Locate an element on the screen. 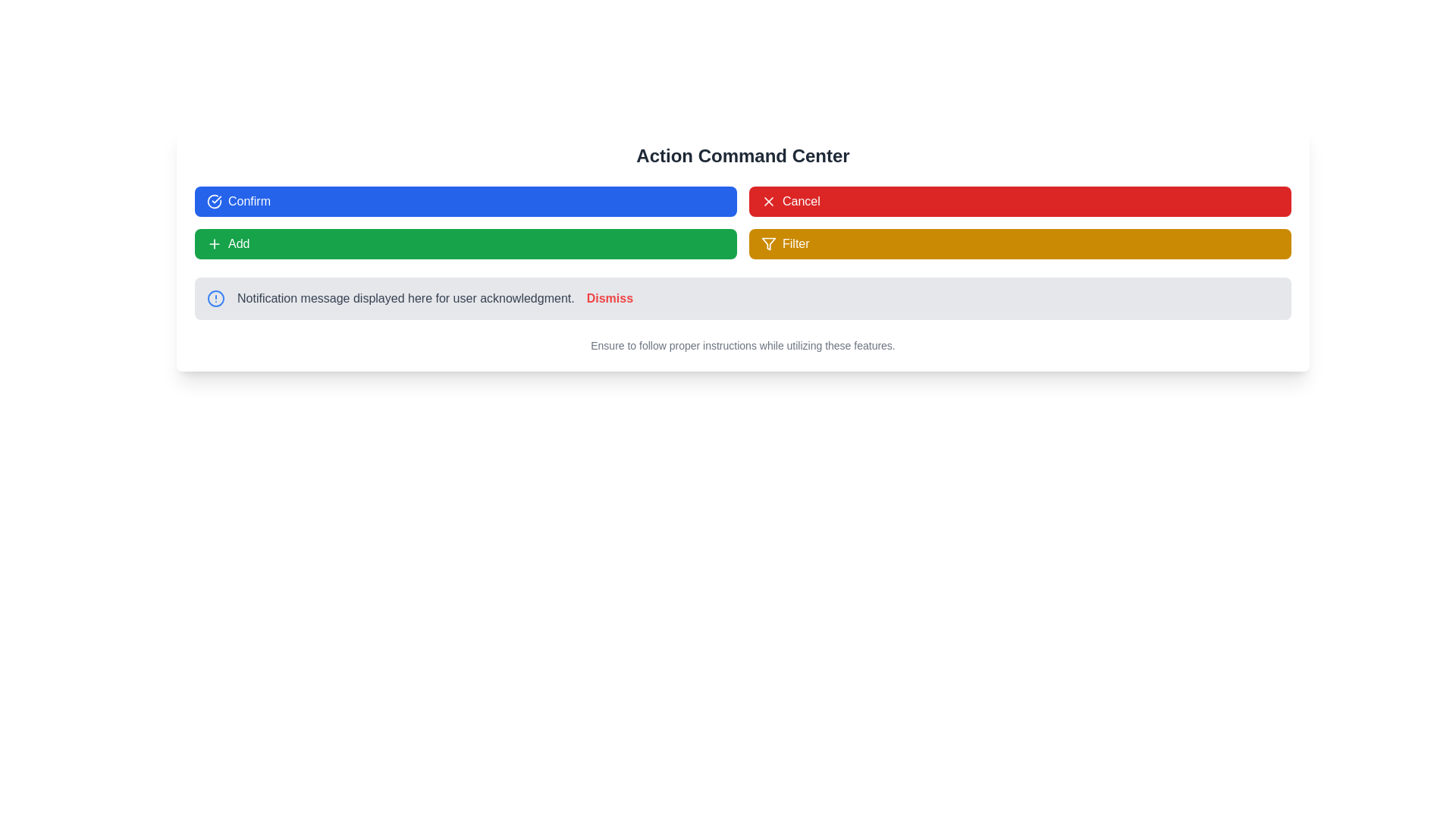  circle graphic element, which has a blue outline and is located centrally within the SVG alert icon, positioned to the left of the notification bar is located at coordinates (215, 298).